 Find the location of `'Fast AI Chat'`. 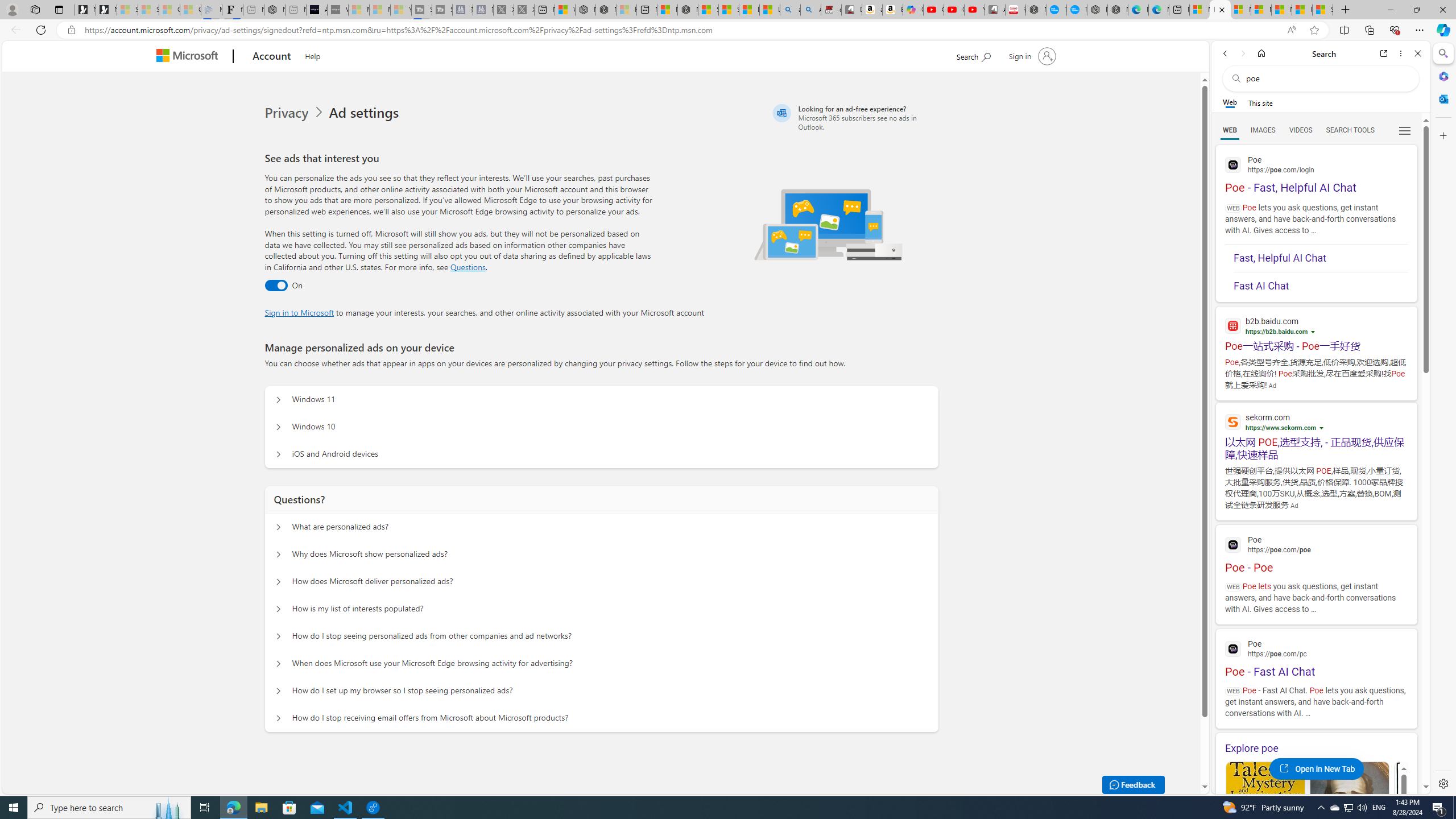

'Fast AI Chat' is located at coordinates (1319, 283).